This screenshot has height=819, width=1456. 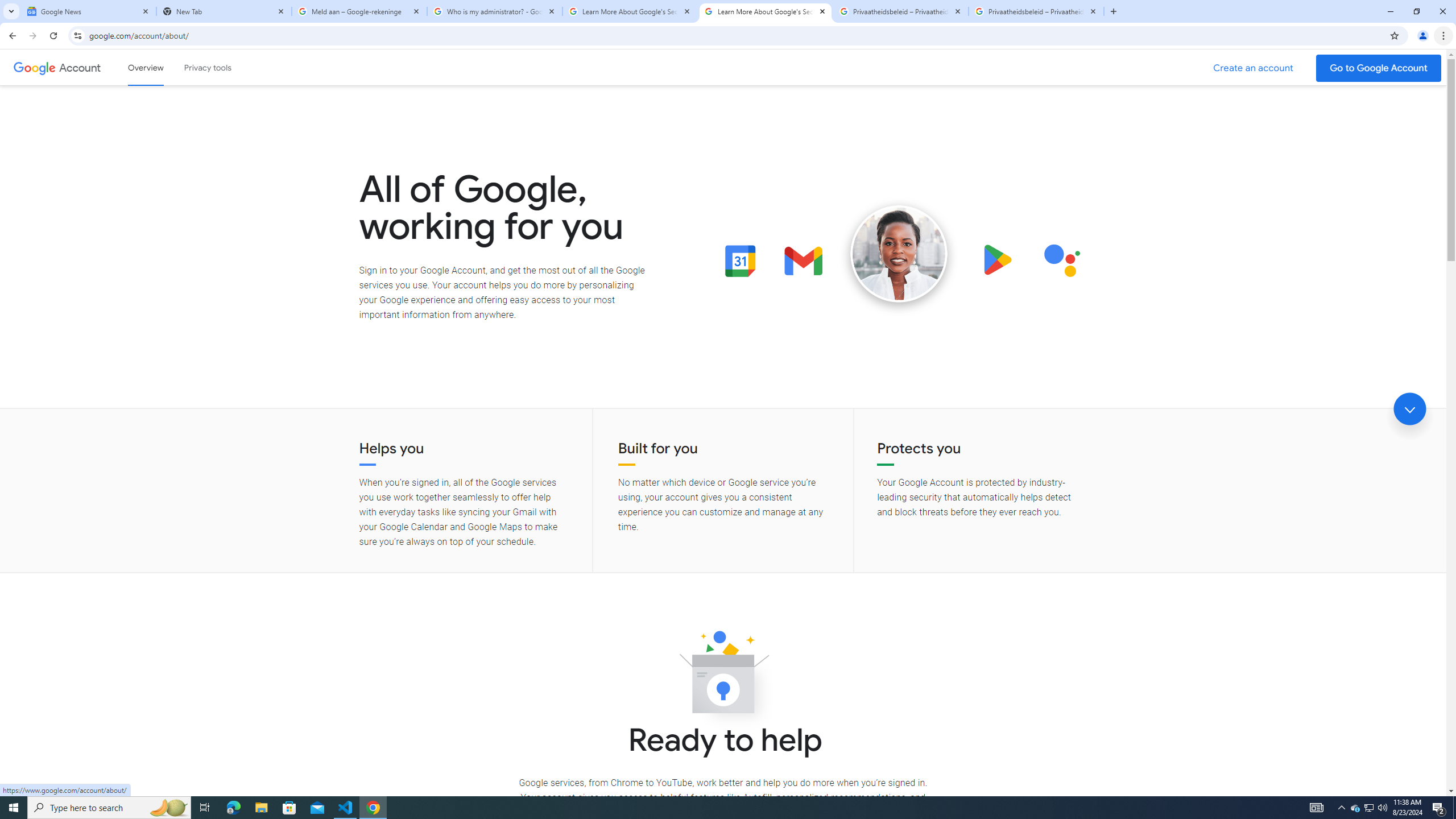 I want to click on 'Who is my administrator? - Google Account Help', so click(x=494, y=11).